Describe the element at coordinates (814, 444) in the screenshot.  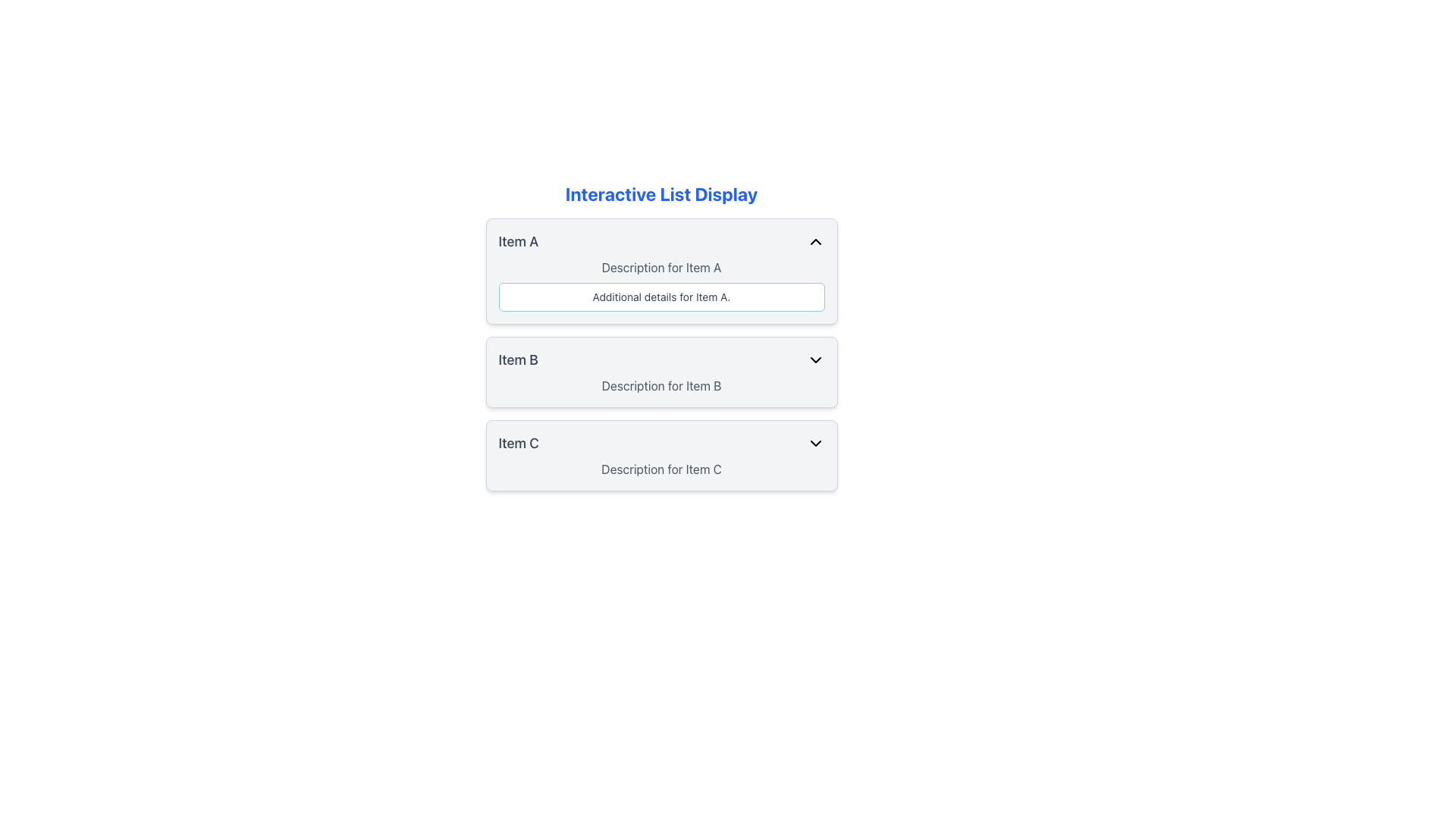
I see `the down-facing chevron icon associated with 'Item C'` at that location.